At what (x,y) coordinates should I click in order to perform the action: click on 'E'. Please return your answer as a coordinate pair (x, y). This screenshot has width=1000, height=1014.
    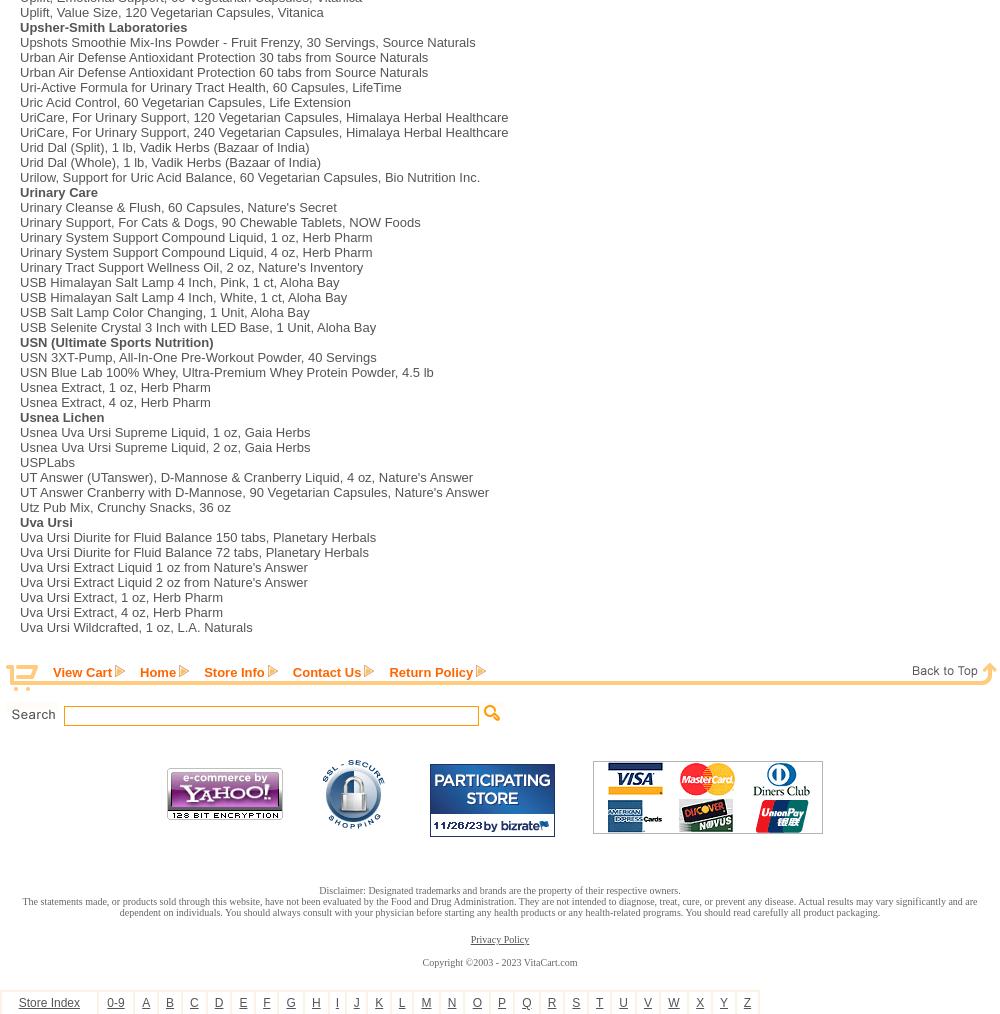
    Looking at the image, I should click on (238, 1003).